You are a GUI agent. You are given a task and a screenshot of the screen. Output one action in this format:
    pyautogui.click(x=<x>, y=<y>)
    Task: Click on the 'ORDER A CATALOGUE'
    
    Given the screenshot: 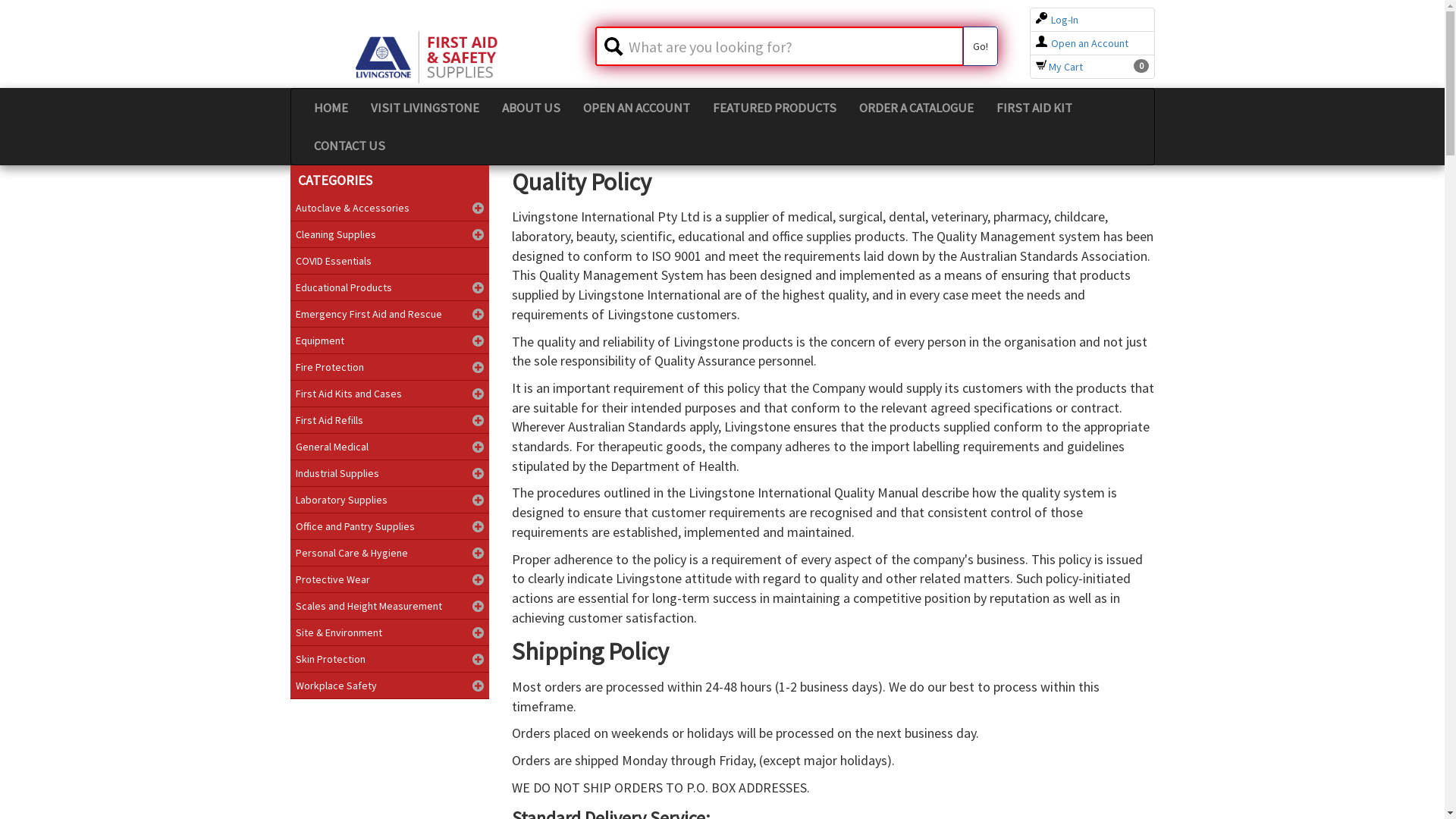 What is the action you would take?
    pyautogui.click(x=915, y=107)
    